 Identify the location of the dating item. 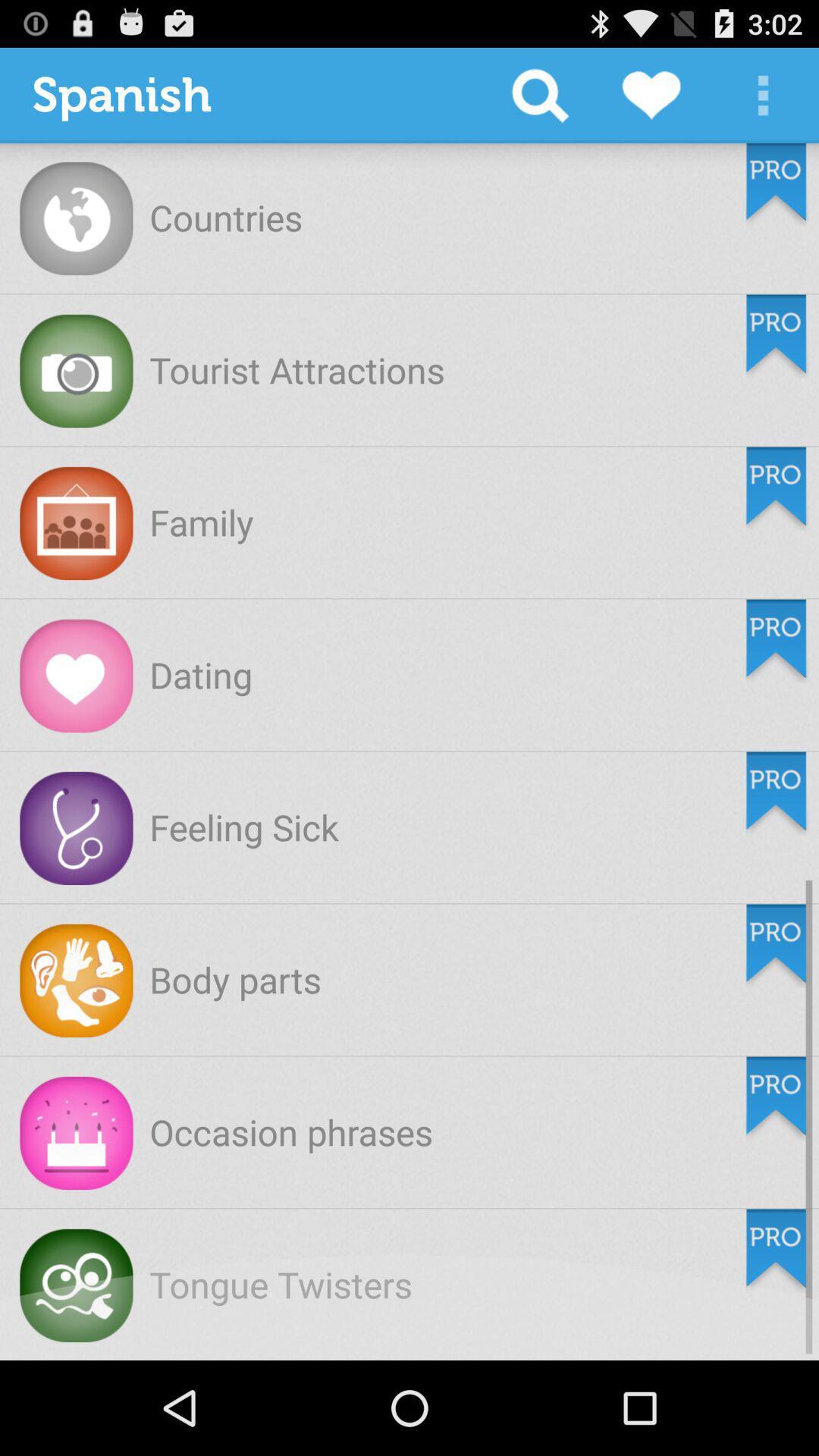
(200, 673).